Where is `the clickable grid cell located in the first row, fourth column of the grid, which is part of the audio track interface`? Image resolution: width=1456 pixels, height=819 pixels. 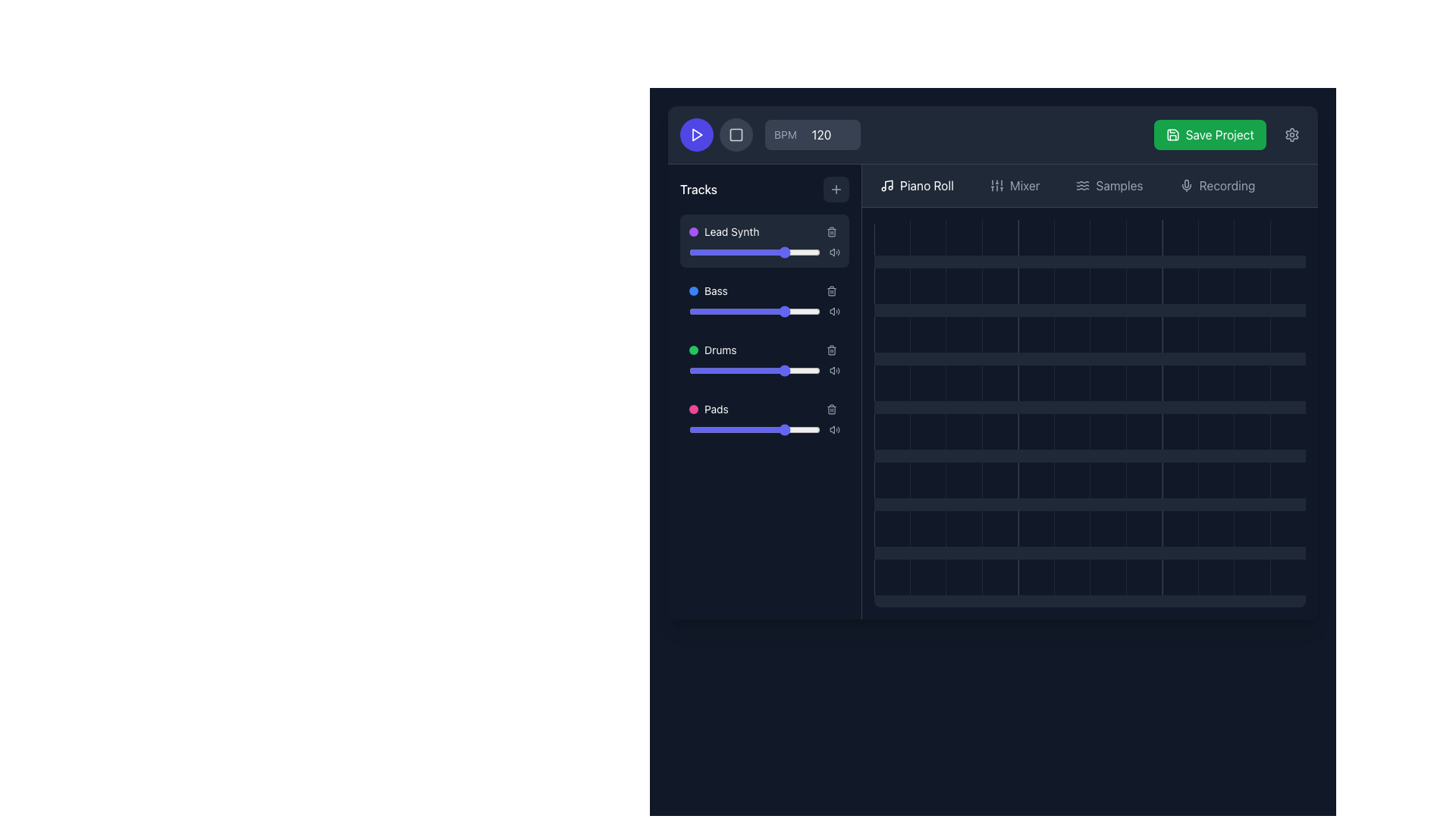
the clickable grid cell located in the first row, fourth column of the grid, which is part of the audio track interface is located at coordinates (999, 237).